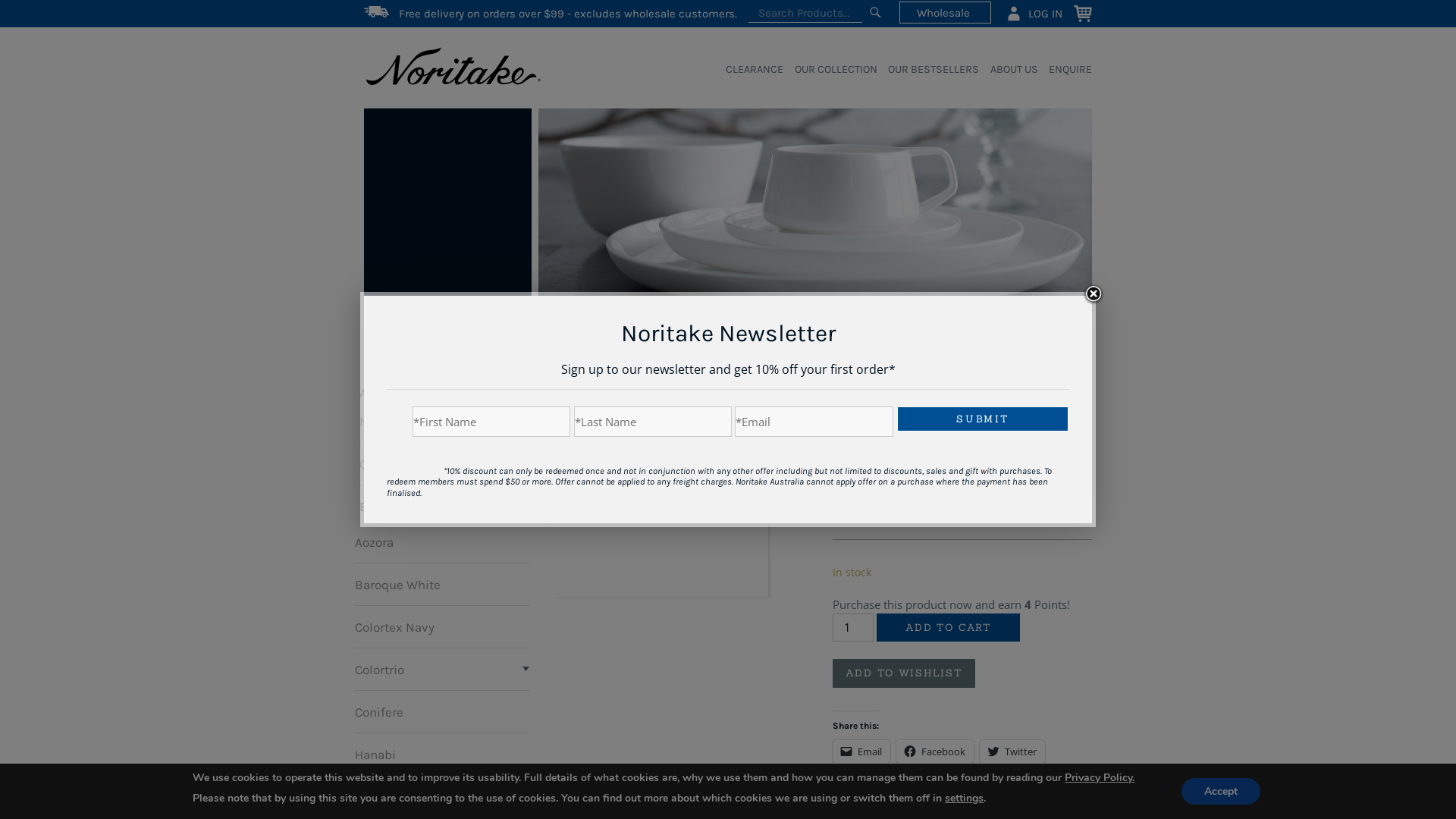 This screenshot has height=819, width=1456. I want to click on 'Wholesale', so click(944, 12).